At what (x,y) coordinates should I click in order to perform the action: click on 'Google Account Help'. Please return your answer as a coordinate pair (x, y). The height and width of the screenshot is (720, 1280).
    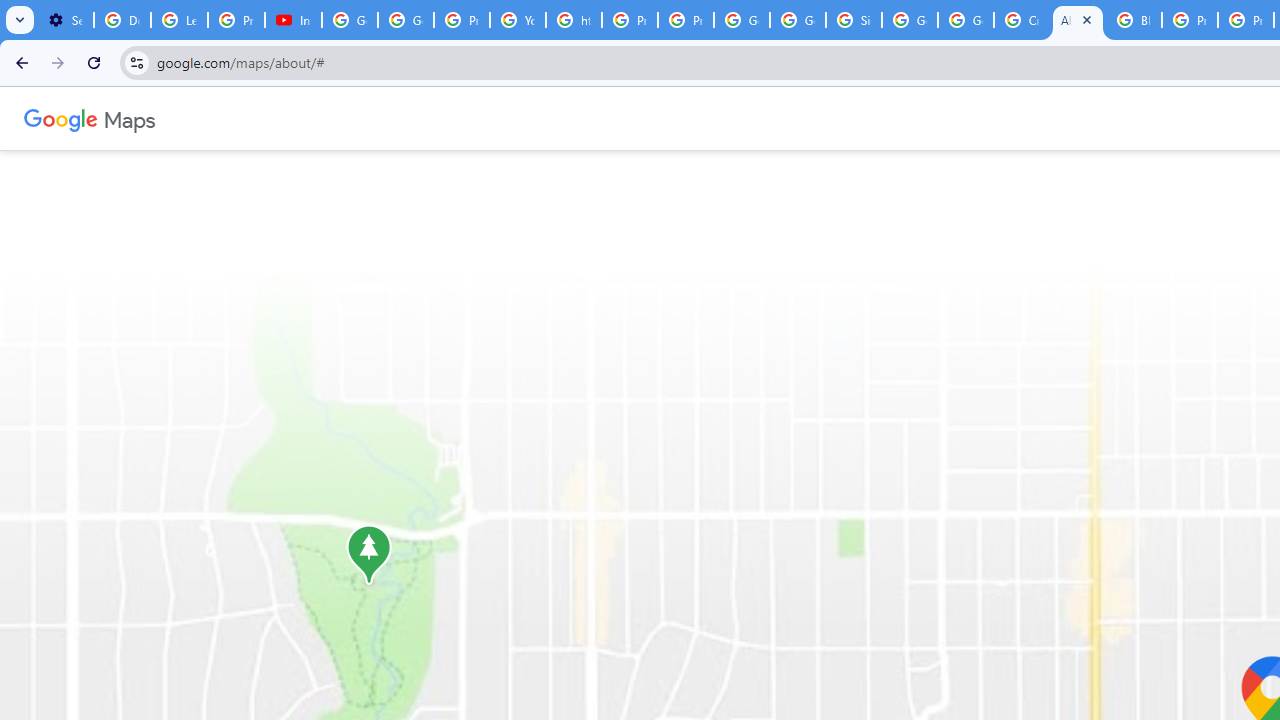
    Looking at the image, I should click on (350, 20).